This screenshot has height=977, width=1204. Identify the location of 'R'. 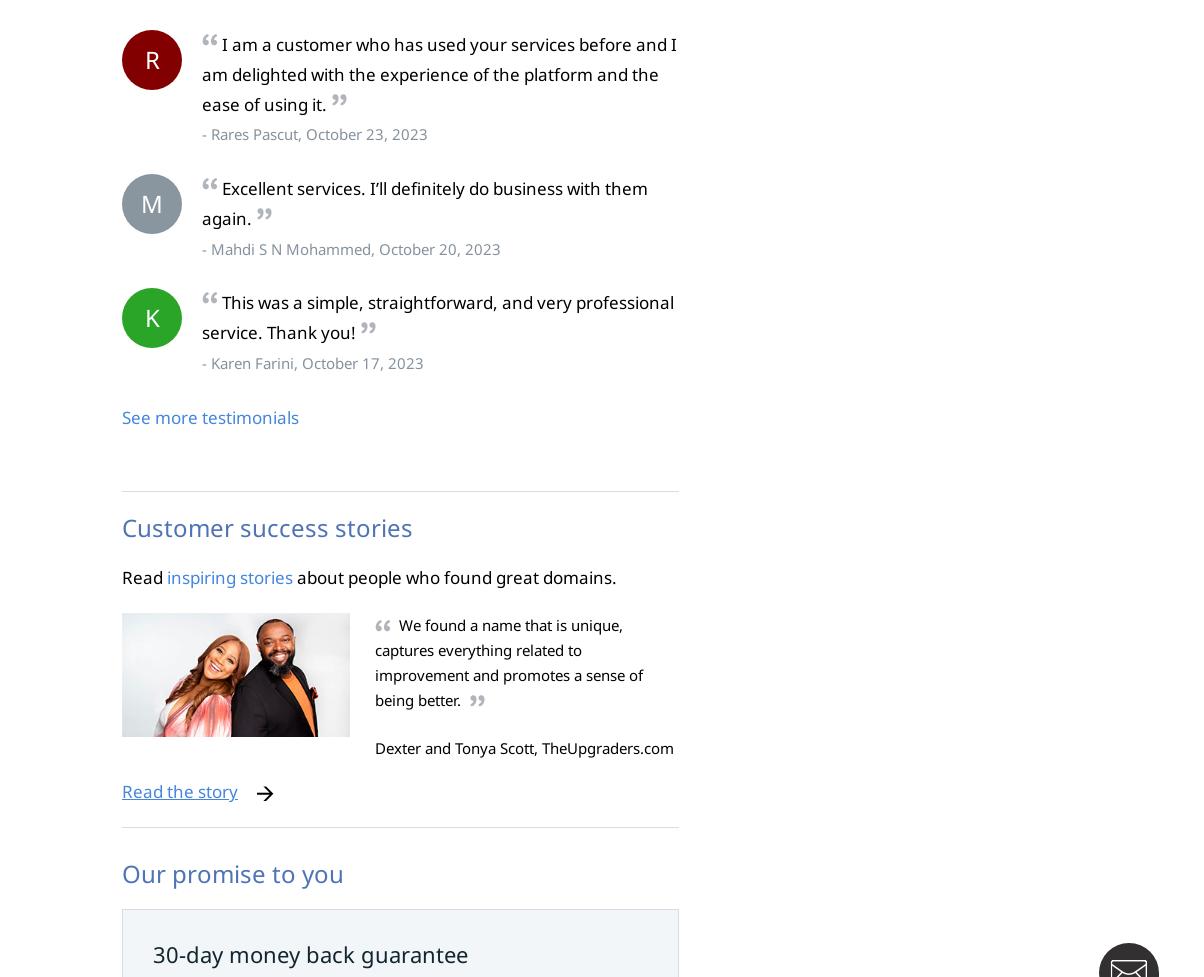
(151, 59).